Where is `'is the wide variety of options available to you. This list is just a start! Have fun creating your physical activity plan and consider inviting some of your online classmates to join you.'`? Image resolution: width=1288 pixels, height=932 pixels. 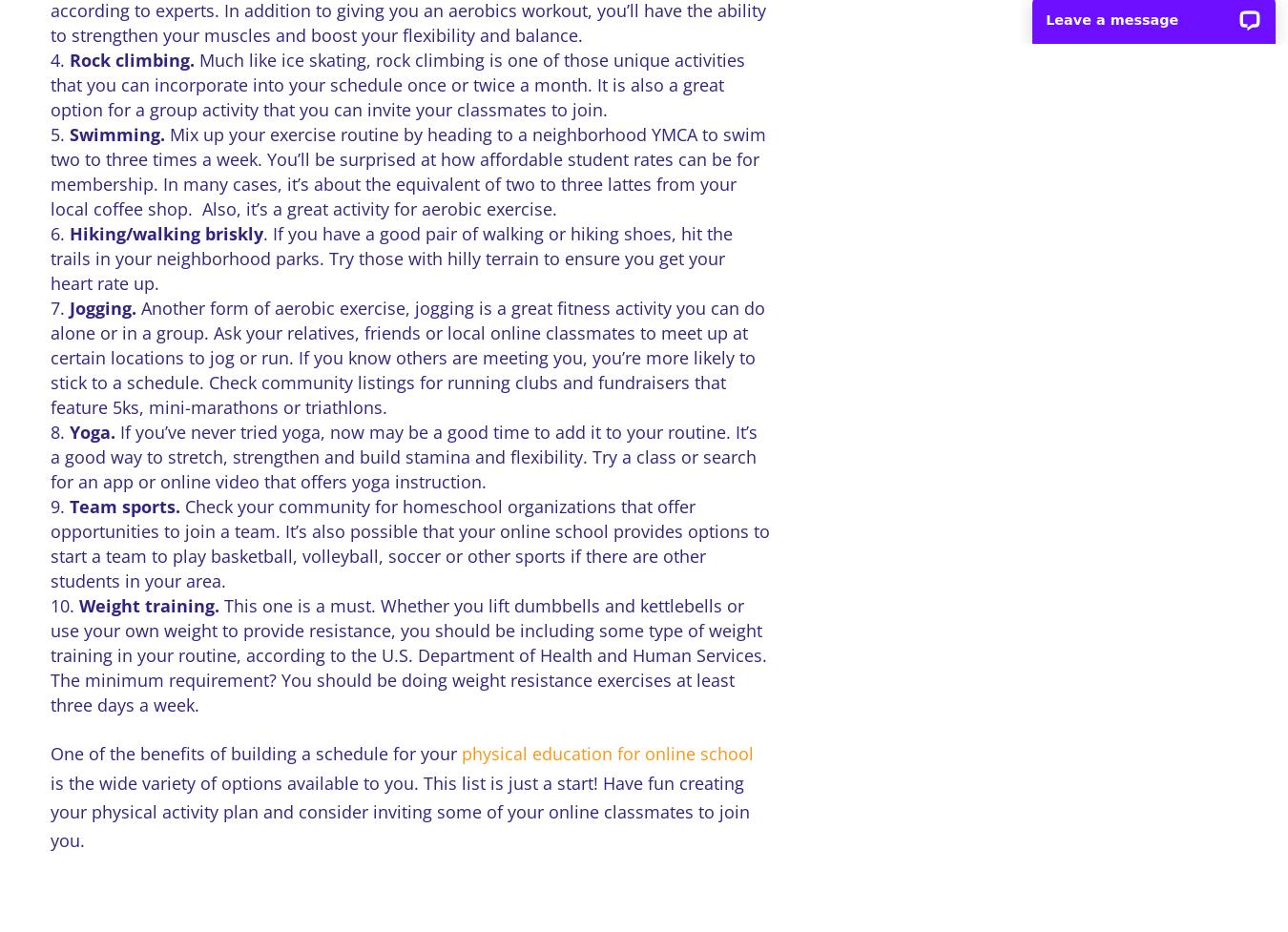 'is the wide variety of options available to you. This list is just a start! Have fun creating your physical activity plan and consider inviting some of your online classmates to join you.' is located at coordinates (399, 810).